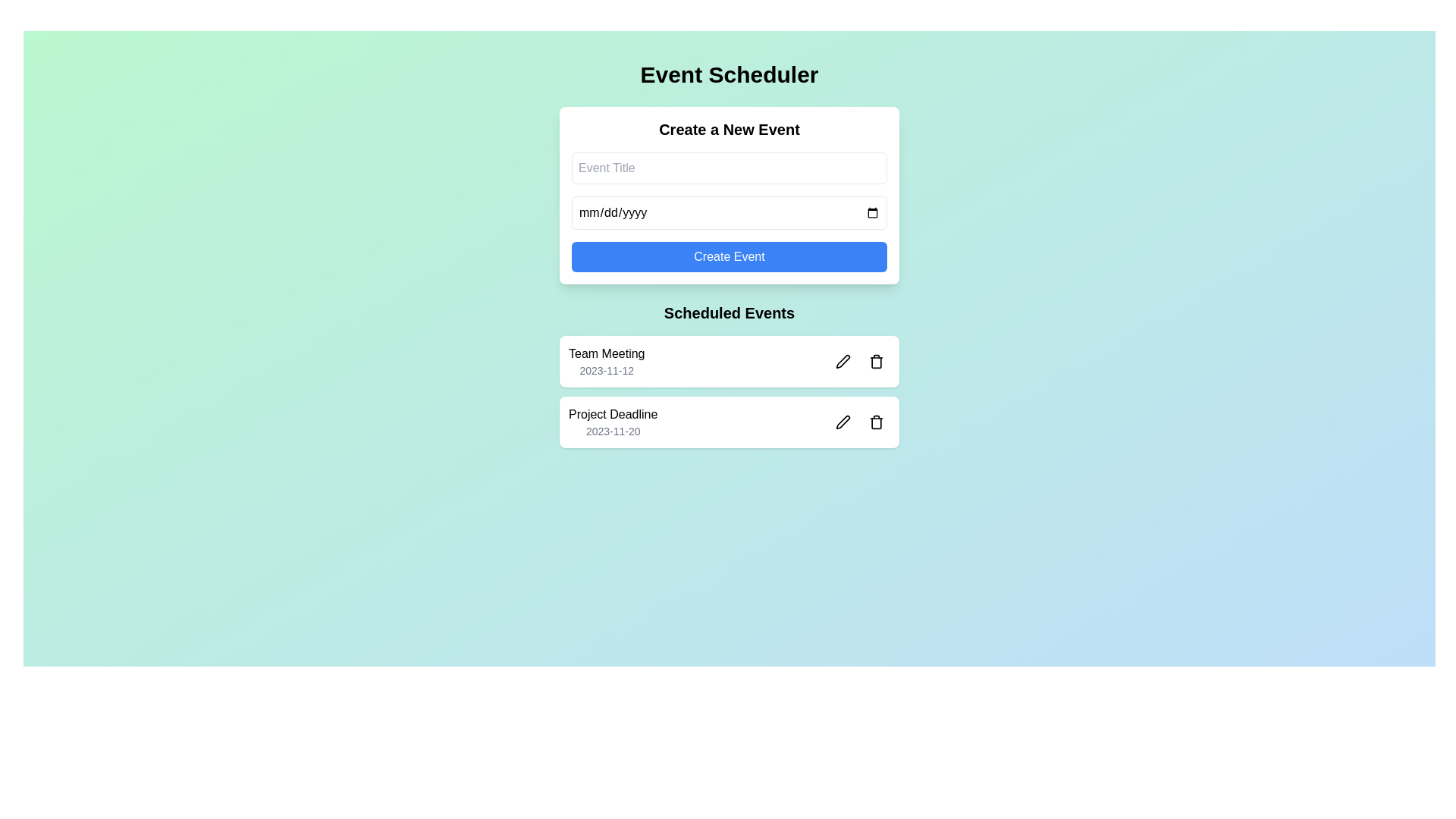 This screenshot has width=1456, height=819. Describe the element at coordinates (877, 362) in the screenshot. I see `the trash bin icon button located at the lower right corner of the second scheduled event row` at that location.